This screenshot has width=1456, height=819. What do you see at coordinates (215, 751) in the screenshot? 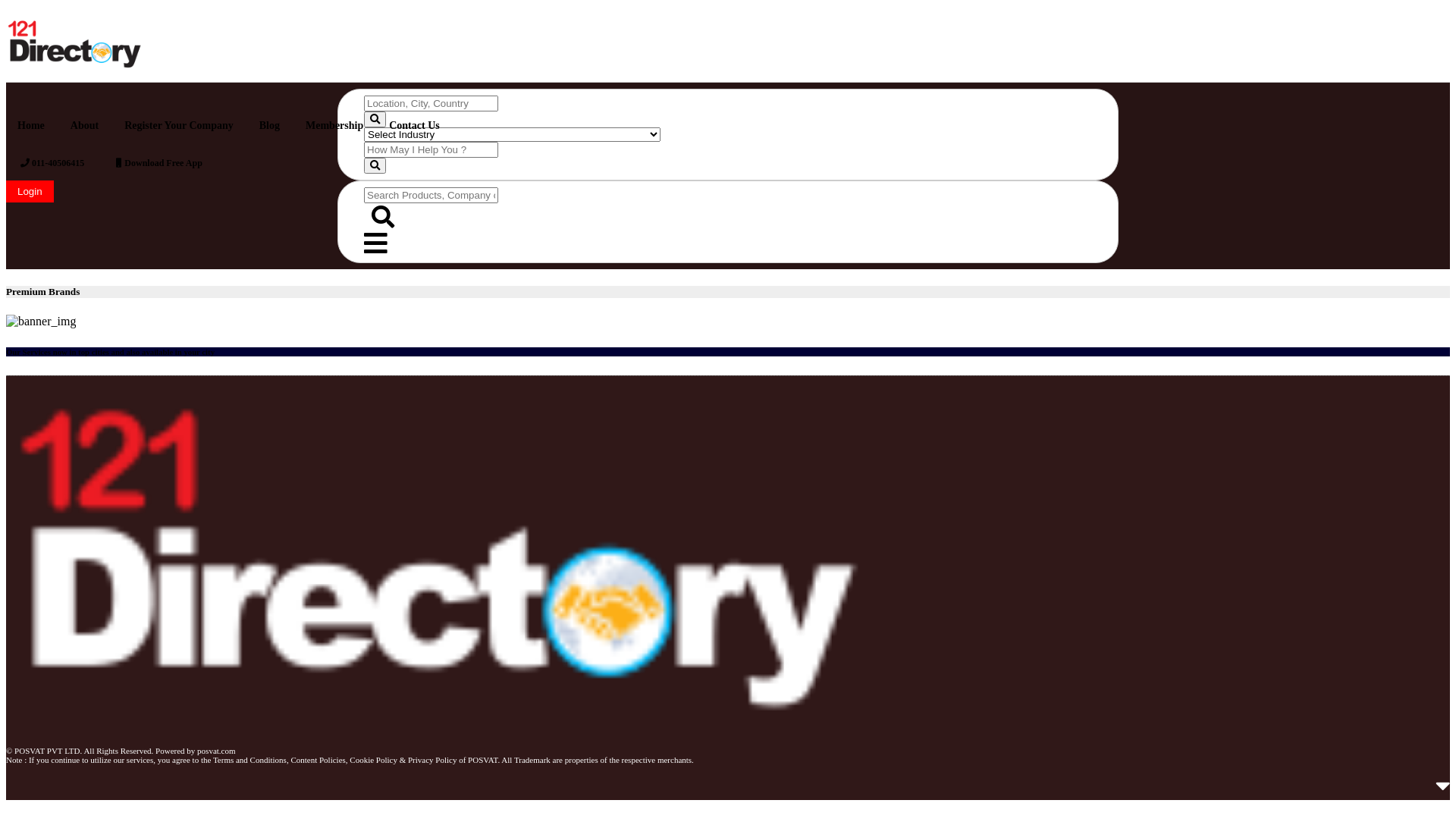
I see `'posvat.com'` at bounding box center [215, 751].